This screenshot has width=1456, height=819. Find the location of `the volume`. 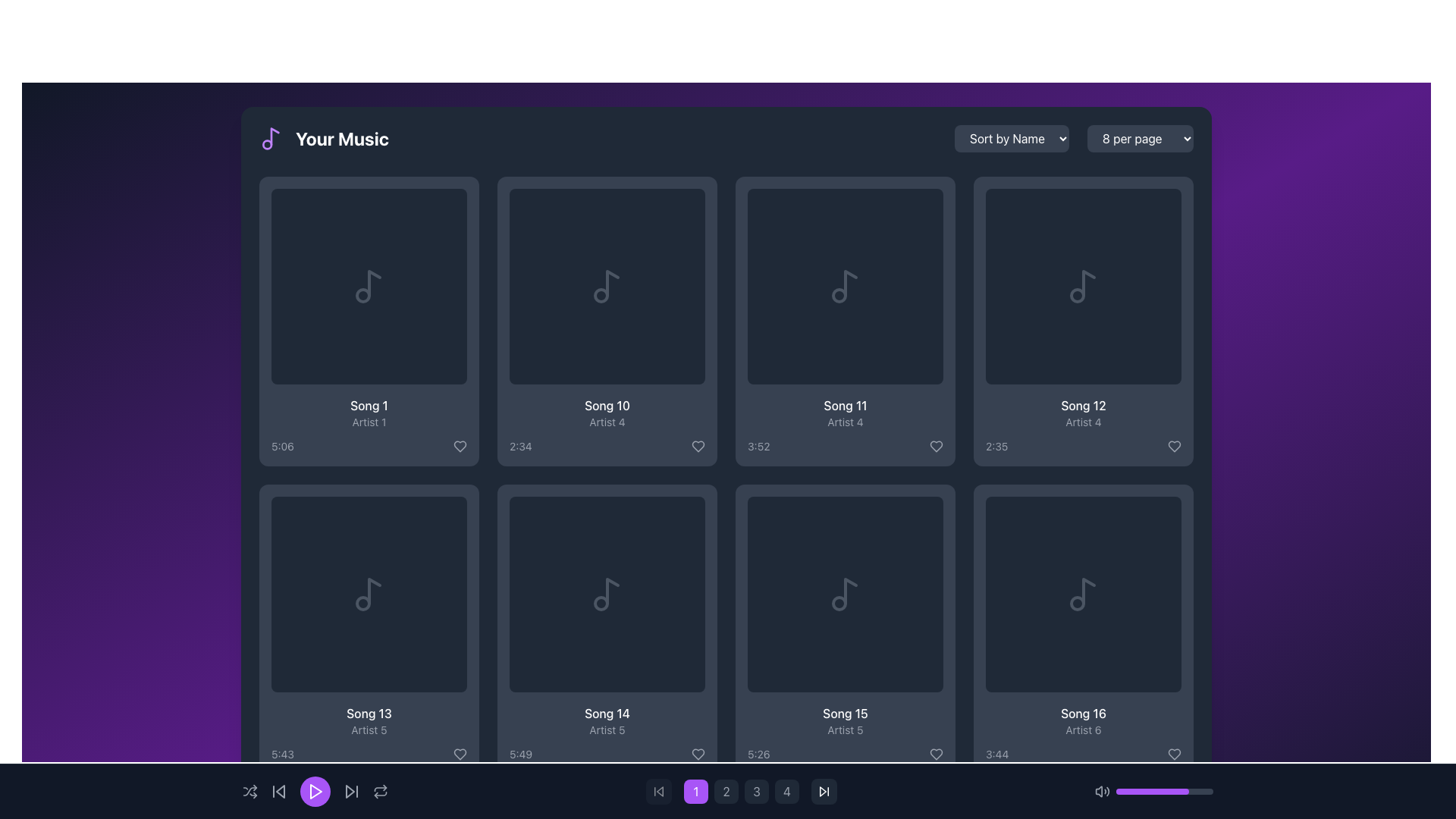

the volume is located at coordinates (1179, 791).